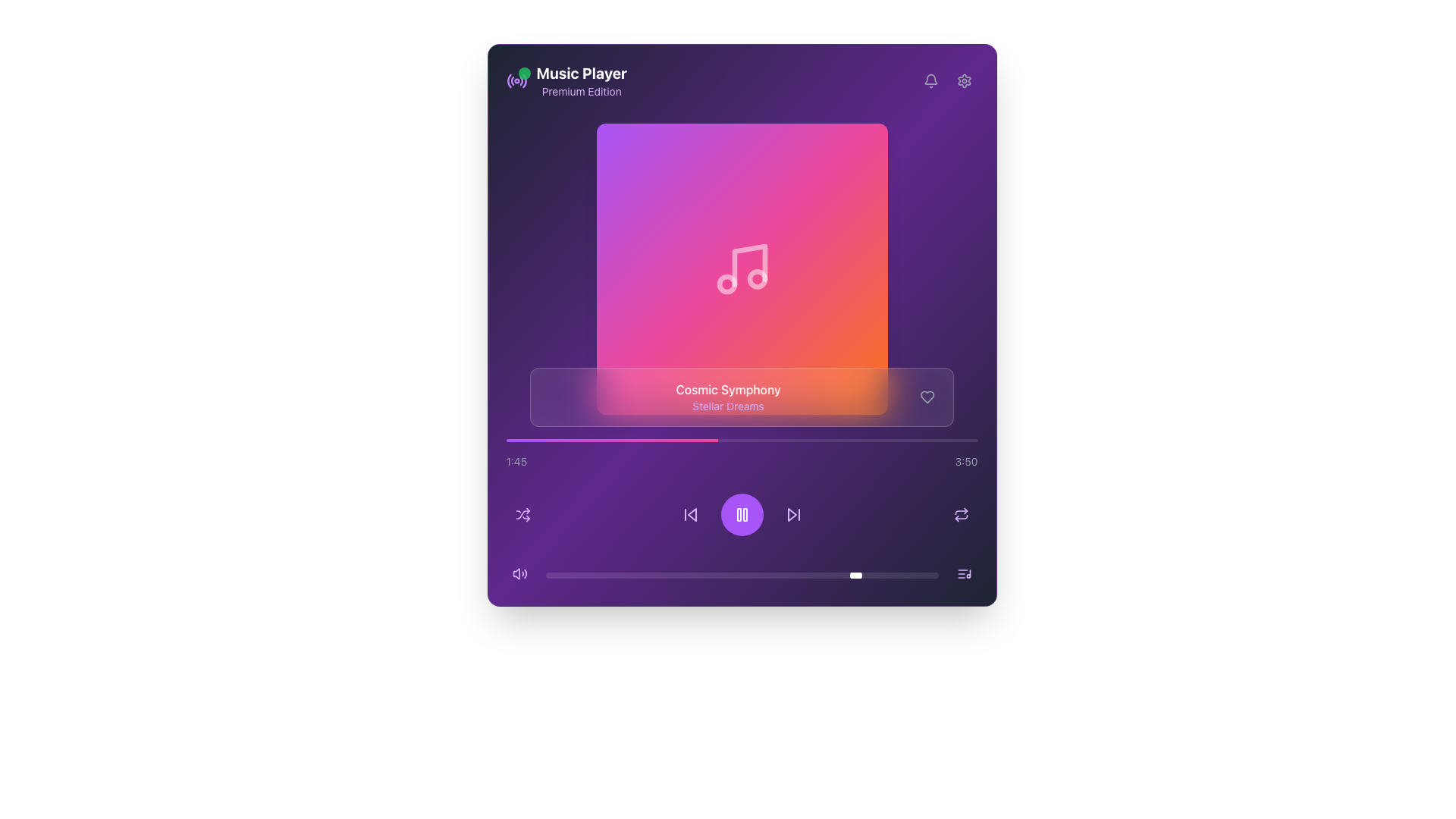  Describe the element at coordinates (701, 576) in the screenshot. I see `the slider value` at that location.